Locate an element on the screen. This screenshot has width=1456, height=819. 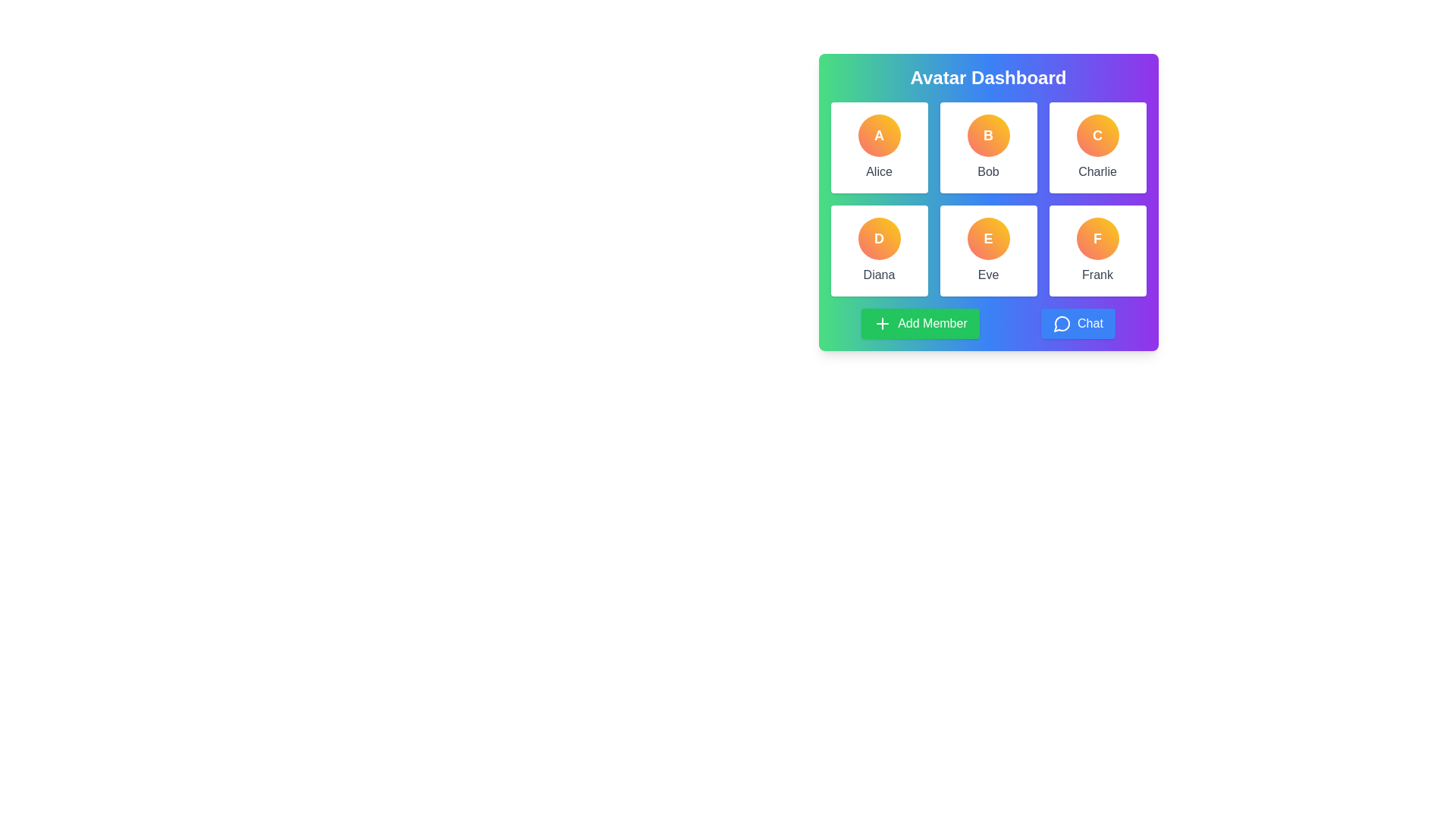
the user profile card for 'Charlie', which features a white background, rounded corners, a gradient-colored circular avatar with the letter 'C', and the name 'Charlie' in gray font is located at coordinates (1097, 148).